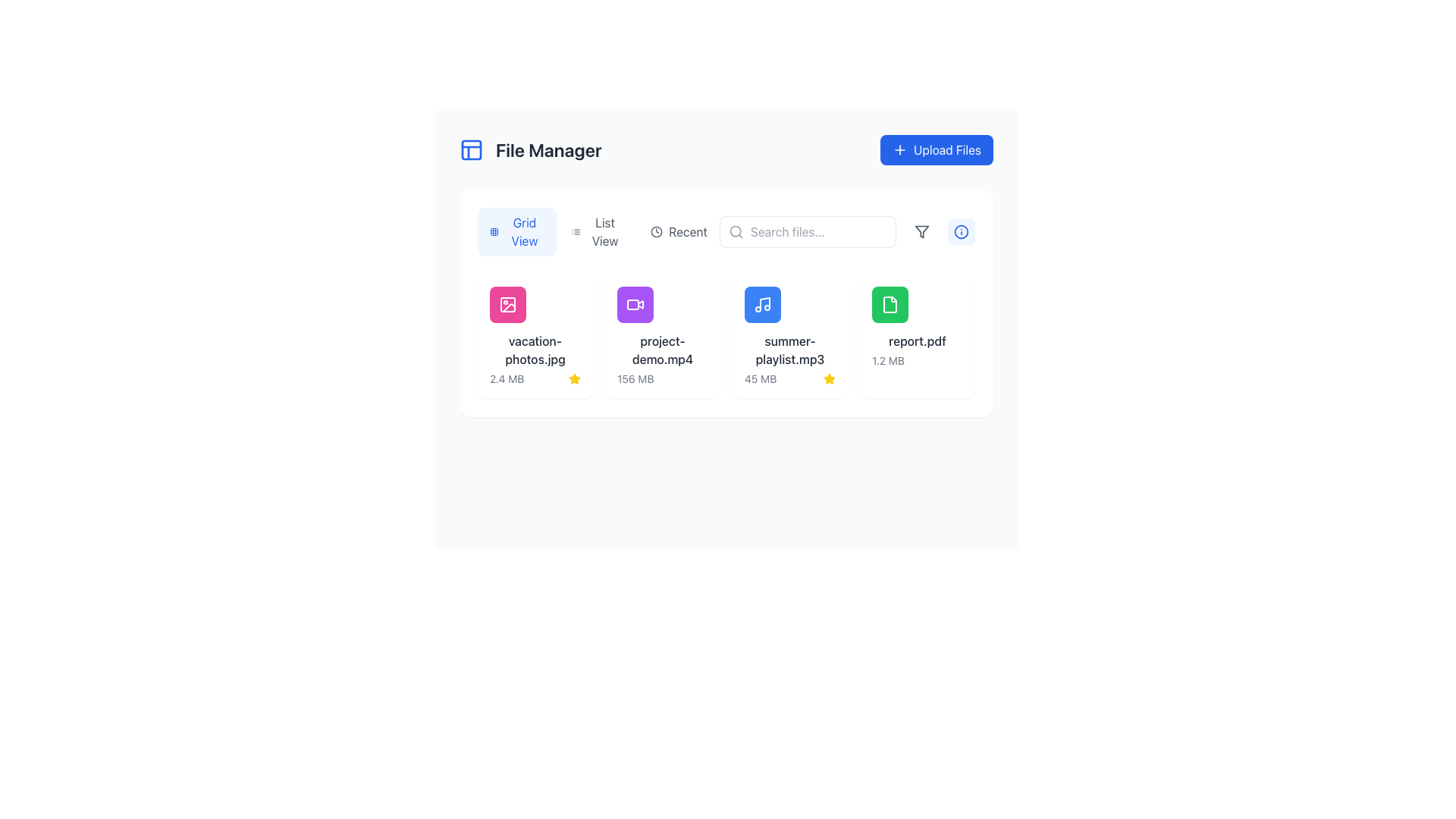  I want to click on the upload button located in the upper-right corner of the 'File Manager' section, so click(936, 149).